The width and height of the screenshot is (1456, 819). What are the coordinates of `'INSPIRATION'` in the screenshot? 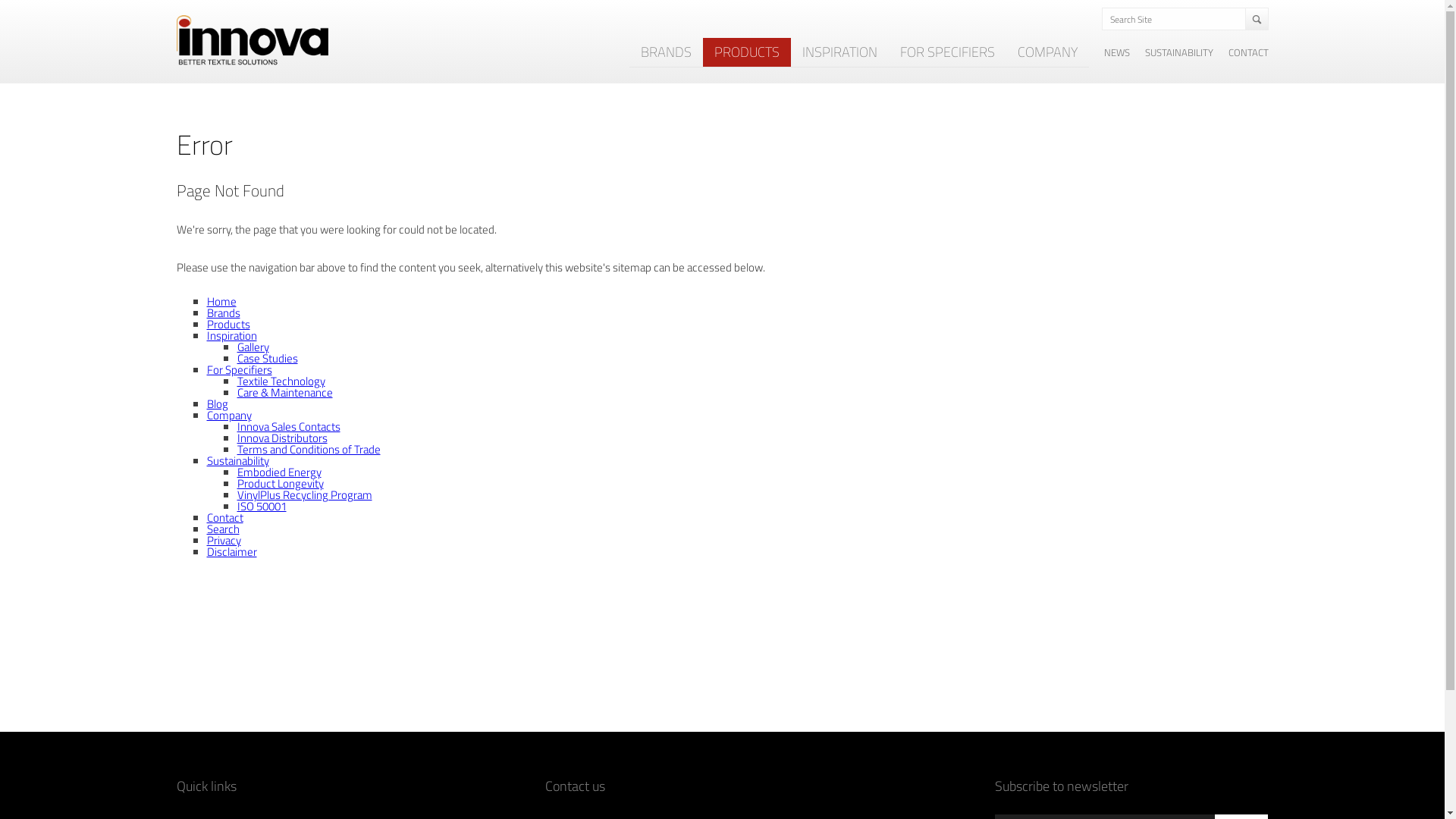 It's located at (789, 52).